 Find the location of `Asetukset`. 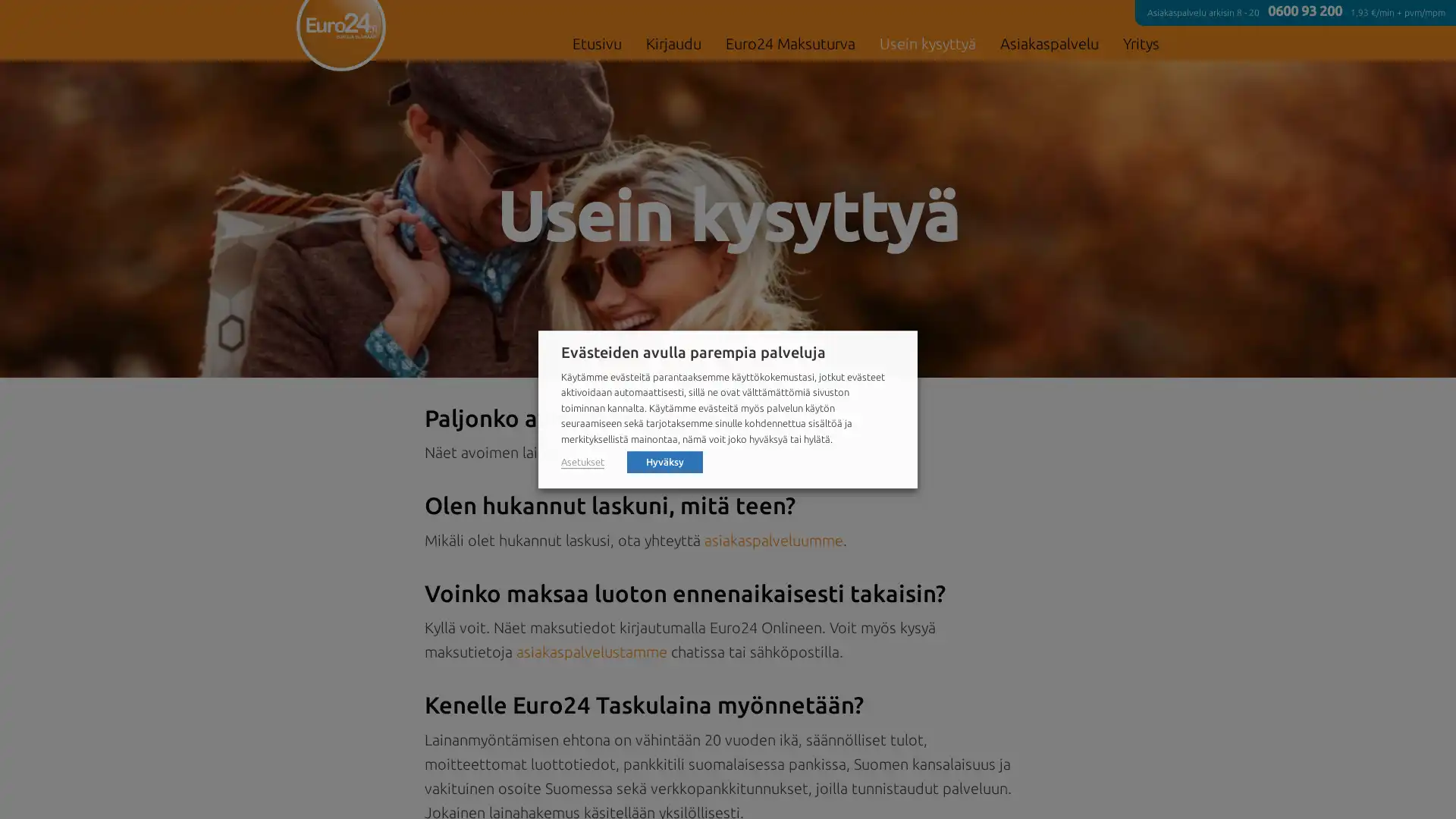

Asetukset is located at coordinates (582, 461).